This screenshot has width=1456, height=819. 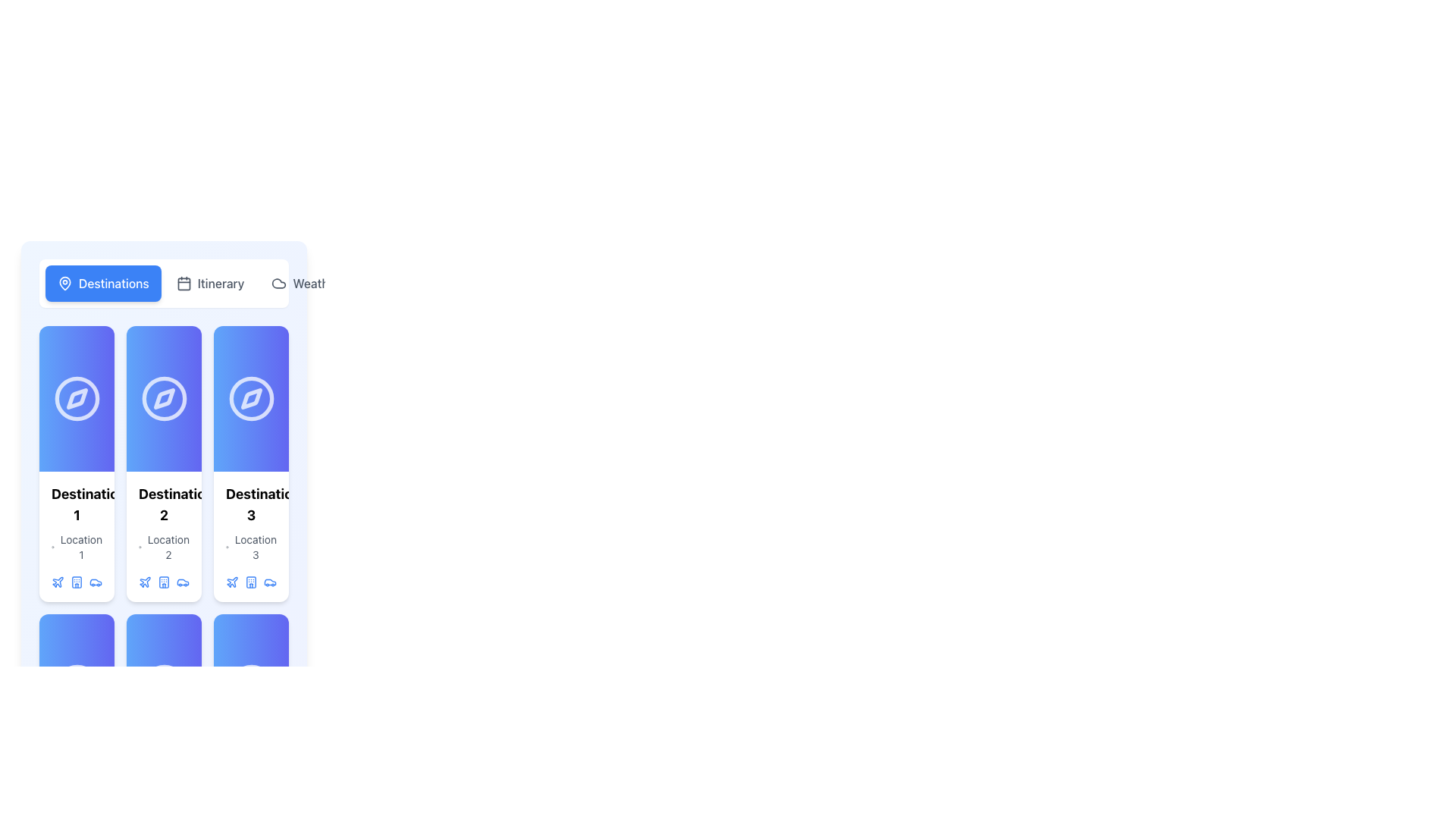 What do you see at coordinates (183, 284) in the screenshot?
I see `the calendar icon located in the top center portion of the interface, which is immediately to the left of the 'Itinerary' label` at bounding box center [183, 284].